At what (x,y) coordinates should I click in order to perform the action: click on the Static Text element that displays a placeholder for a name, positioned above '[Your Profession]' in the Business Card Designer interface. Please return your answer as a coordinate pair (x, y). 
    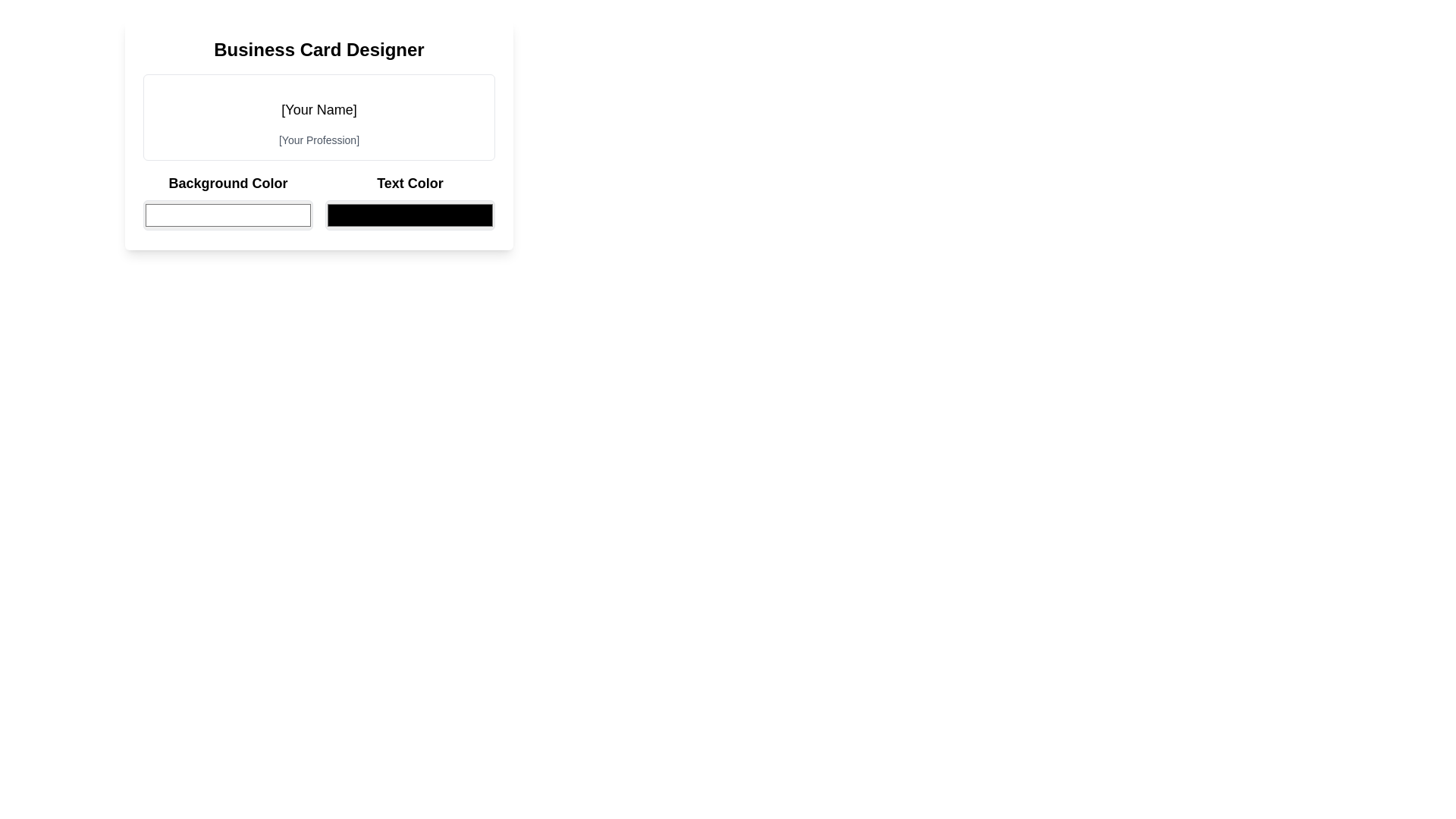
    Looking at the image, I should click on (318, 109).